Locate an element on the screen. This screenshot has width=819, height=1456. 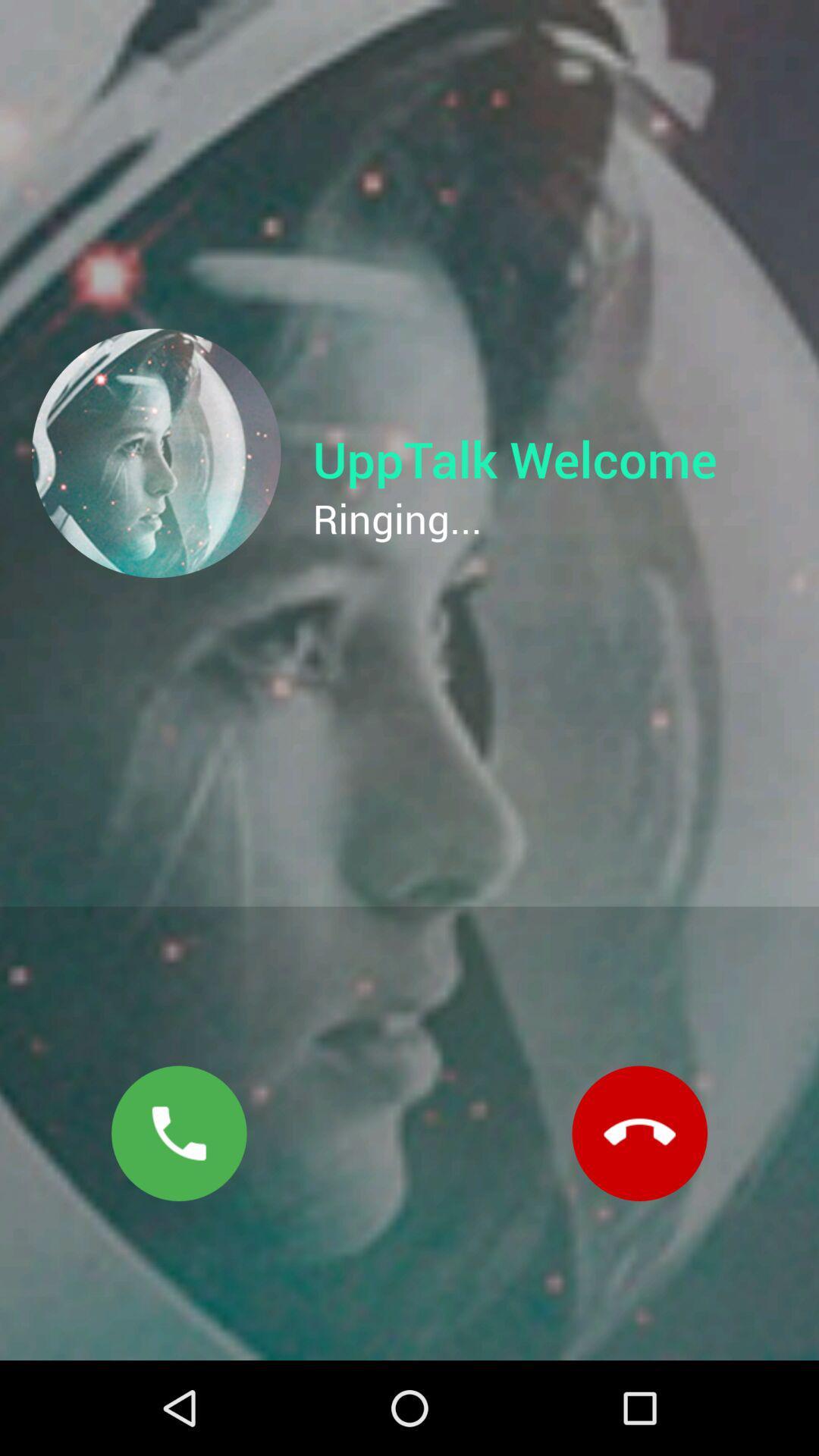
call is located at coordinates (178, 1133).